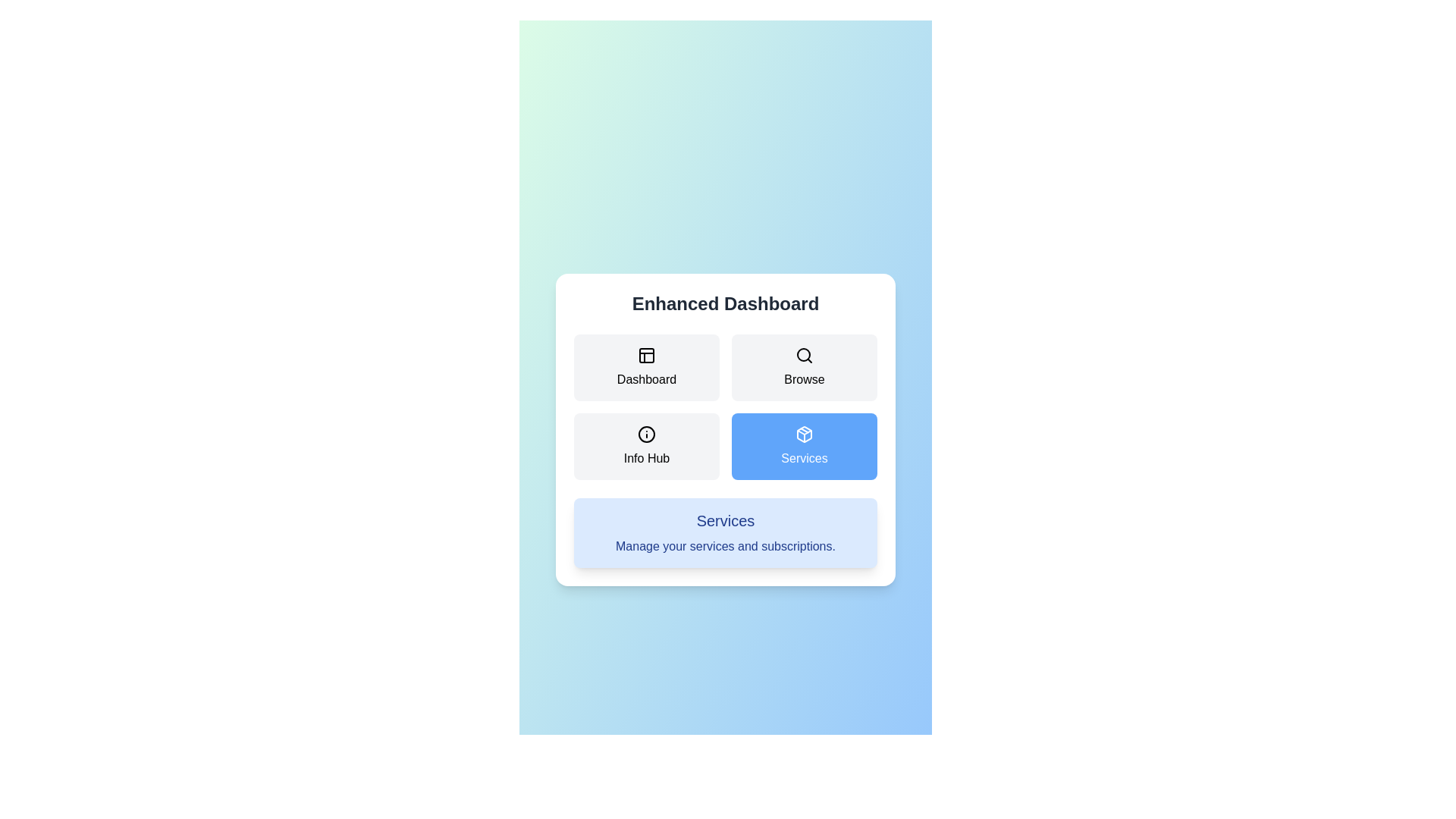 This screenshot has height=819, width=1456. What do you see at coordinates (647, 368) in the screenshot?
I see `the Dashboard tab by clicking on its button` at bounding box center [647, 368].